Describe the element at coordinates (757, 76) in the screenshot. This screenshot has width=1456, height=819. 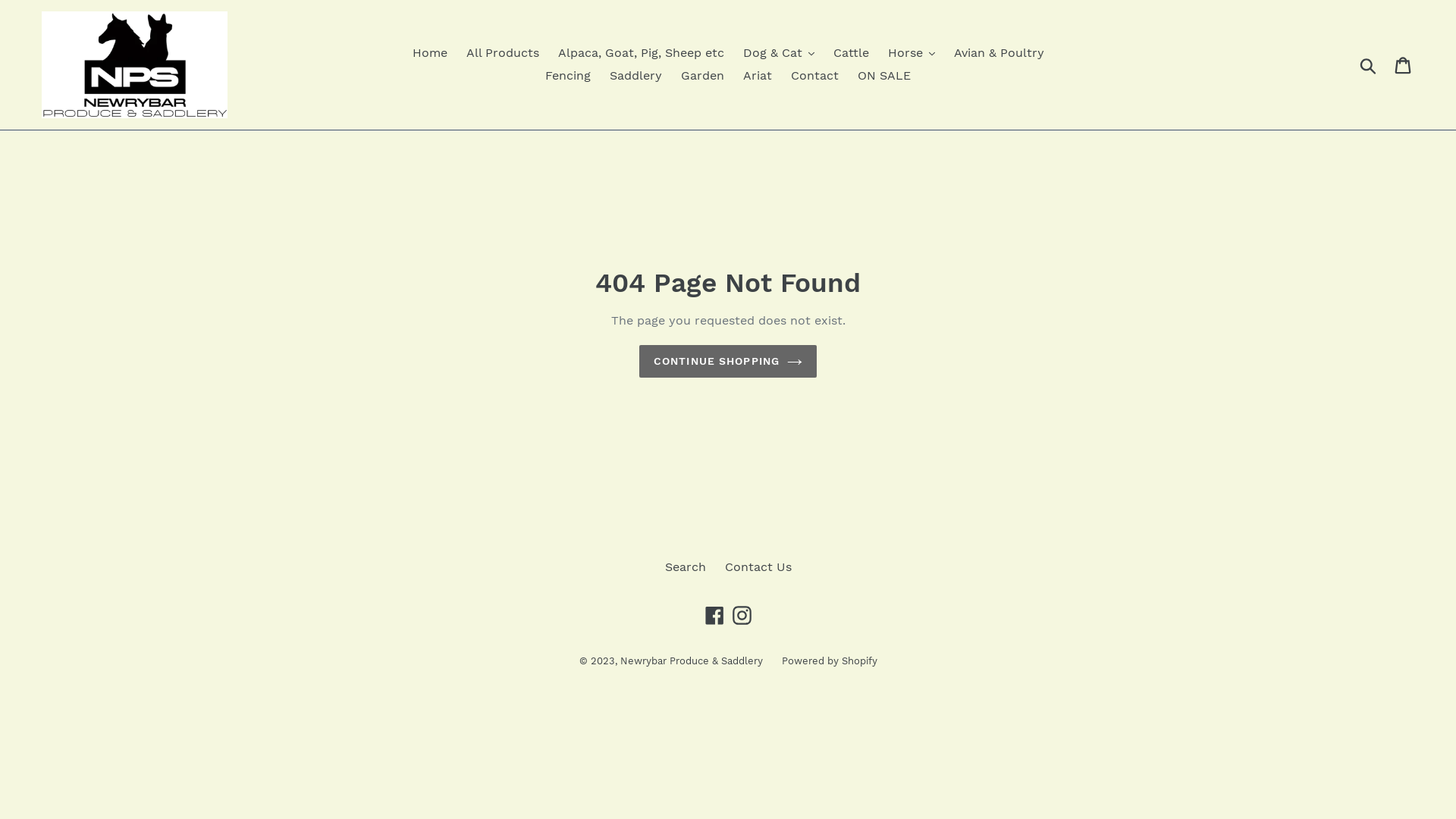
I see `'Ariat'` at that location.